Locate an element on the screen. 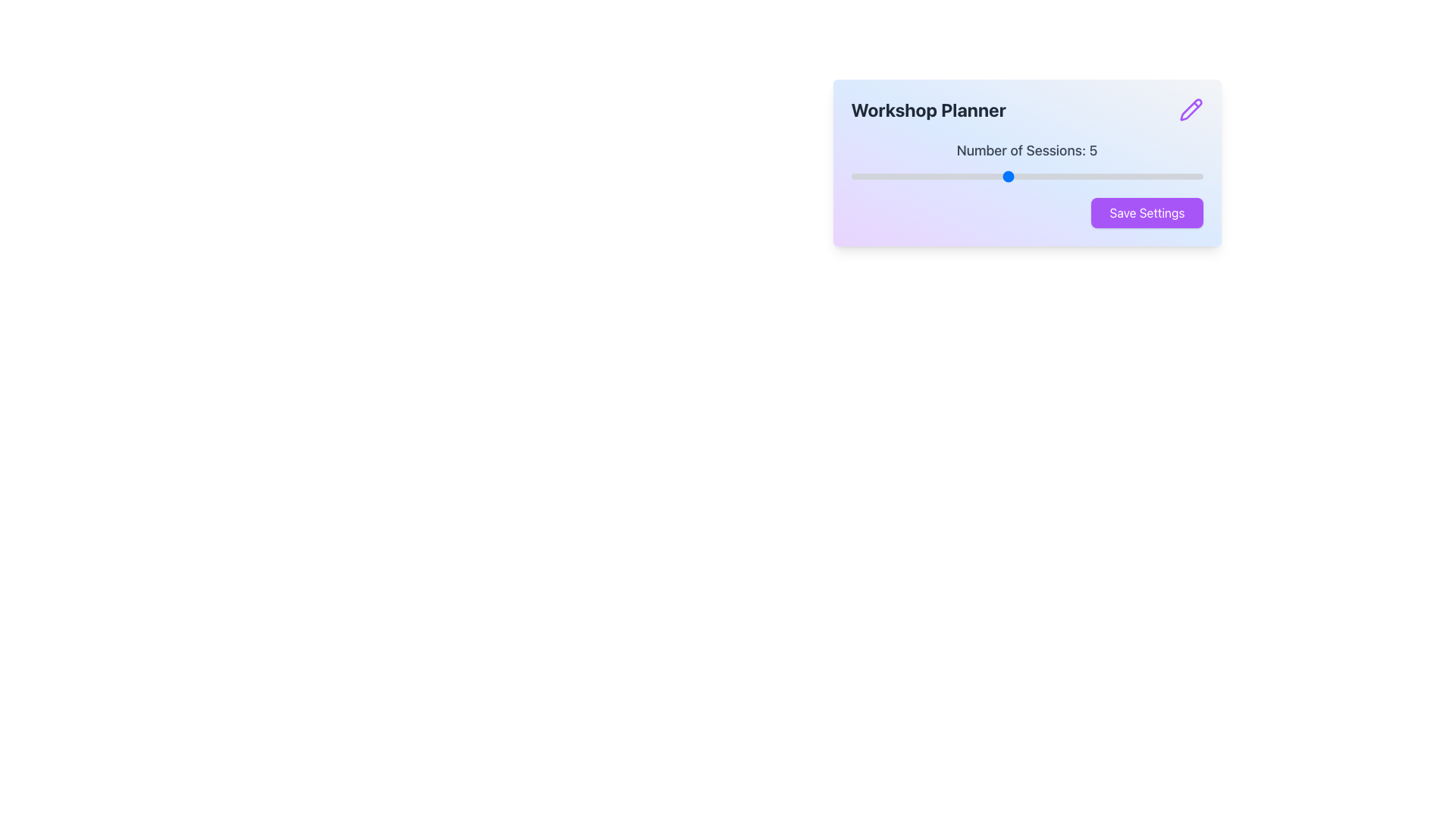 The image size is (1456, 819). the number of sessions is located at coordinates (890, 175).